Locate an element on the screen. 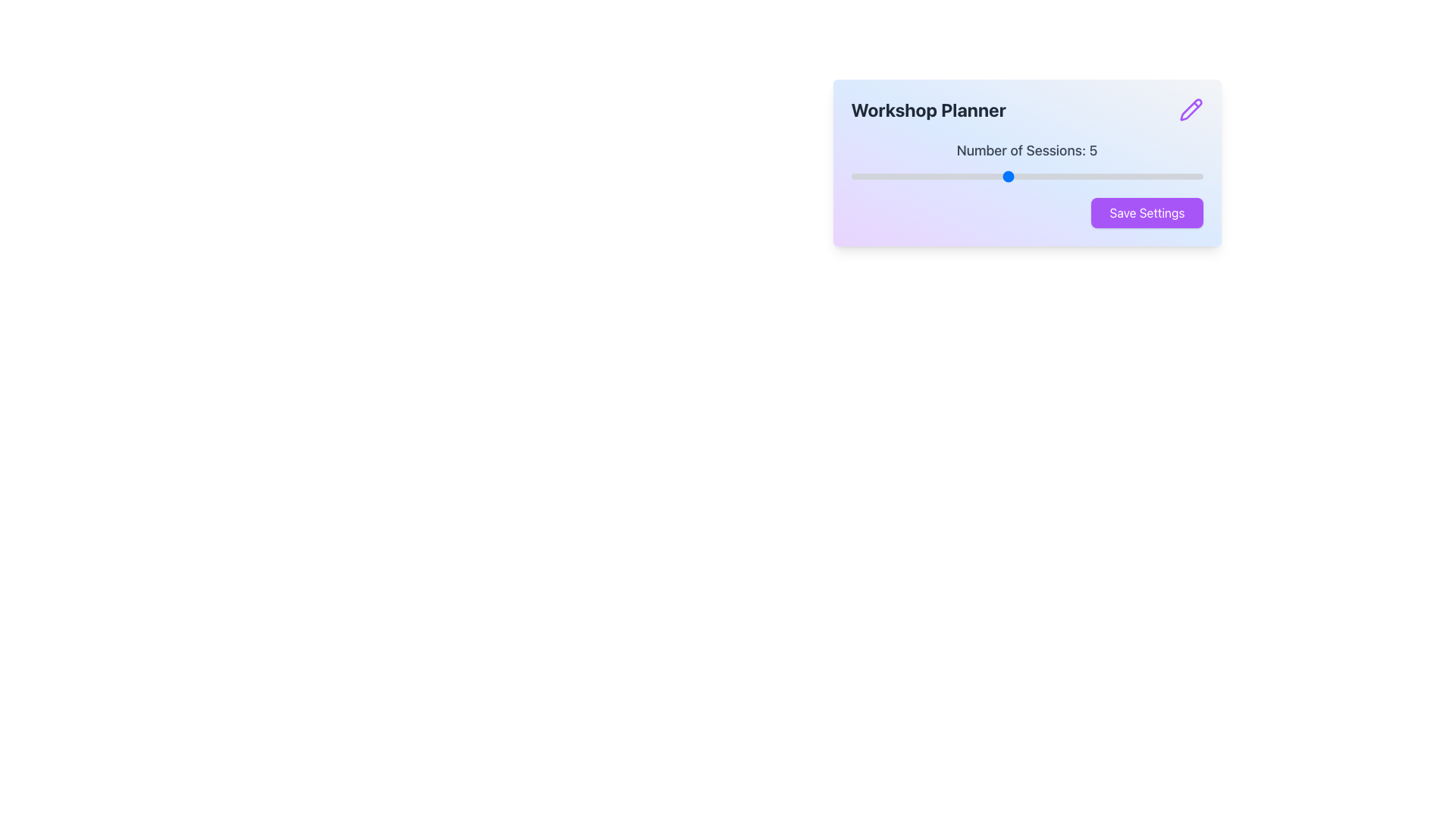 The image size is (1456, 819). the number of sessions is located at coordinates (890, 175).